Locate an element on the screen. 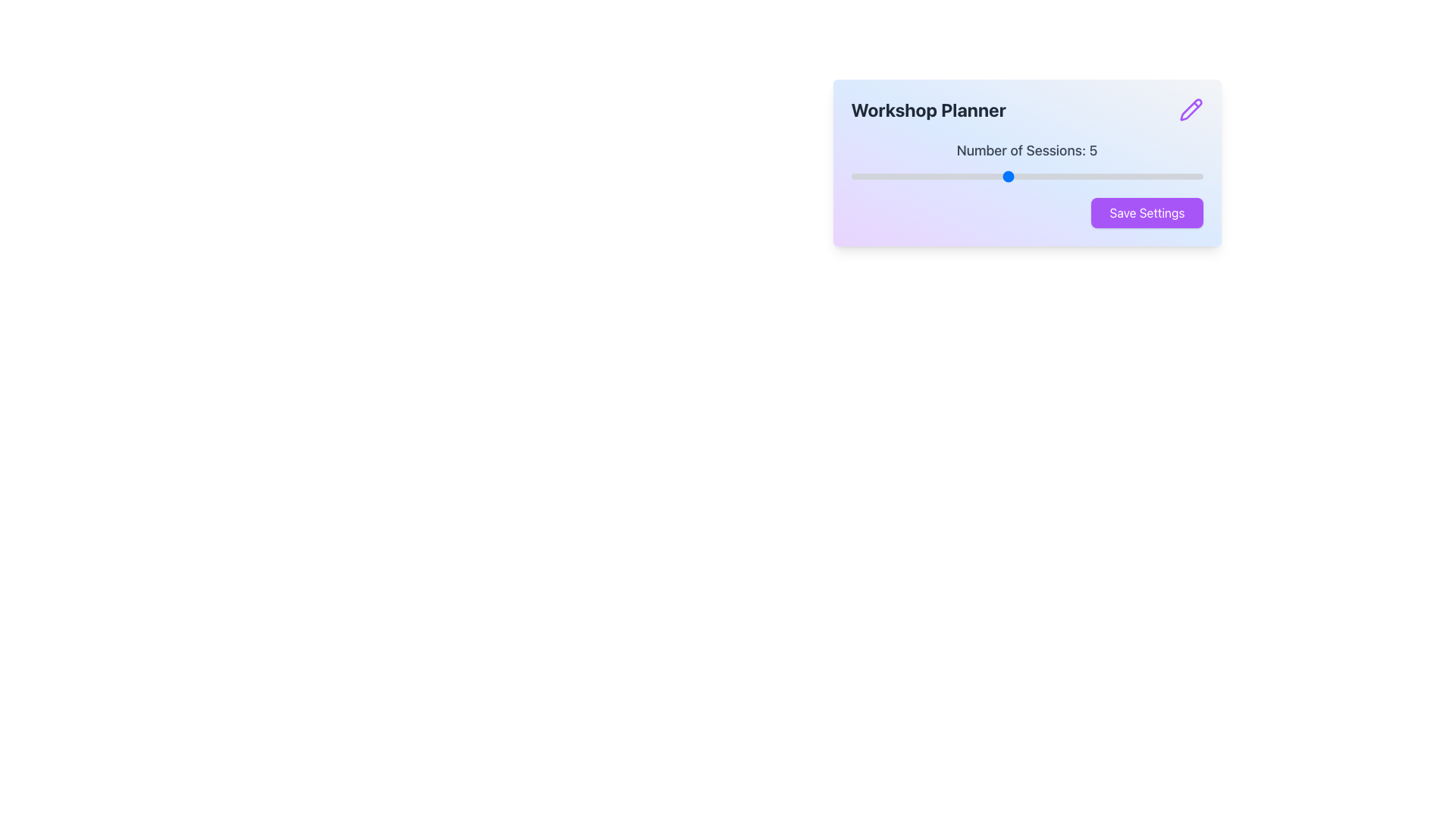 The image size is (1456, 819). the number of sessions is located at coordinates (890, 175).